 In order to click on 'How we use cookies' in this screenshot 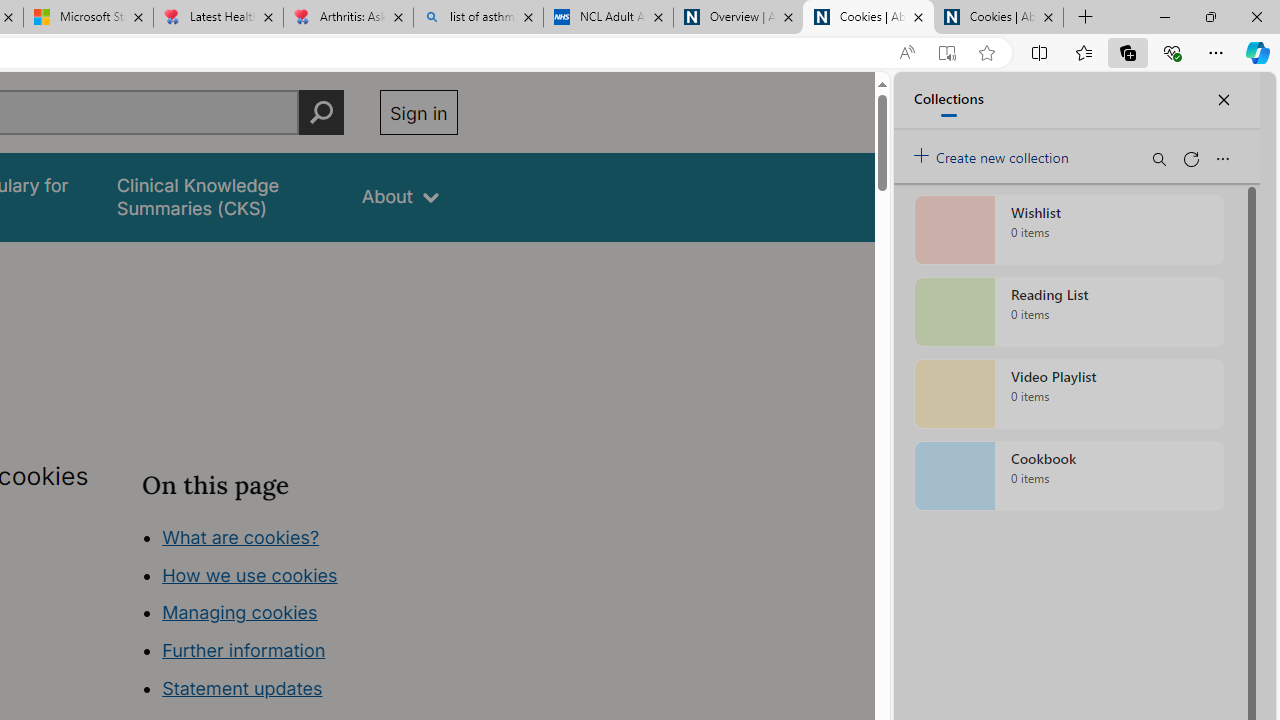, I will do `click(249, 574)`.